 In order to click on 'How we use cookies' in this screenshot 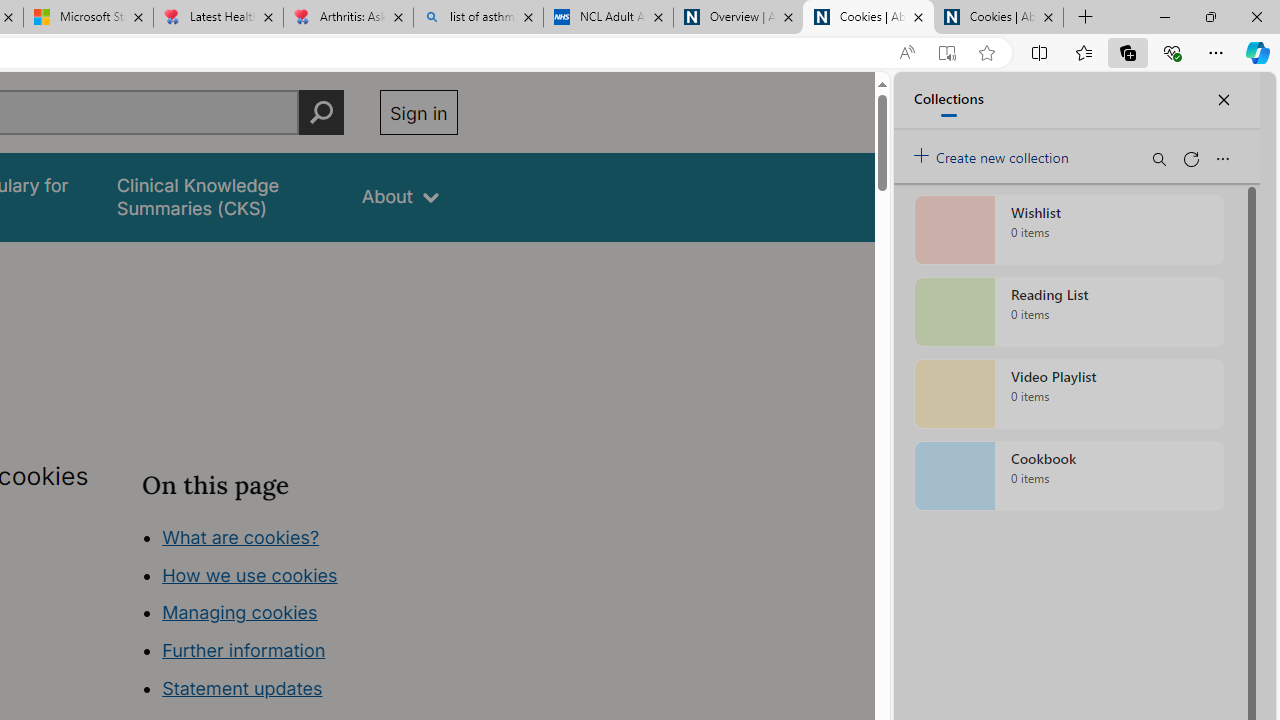, I will do `click(249, 574)`.